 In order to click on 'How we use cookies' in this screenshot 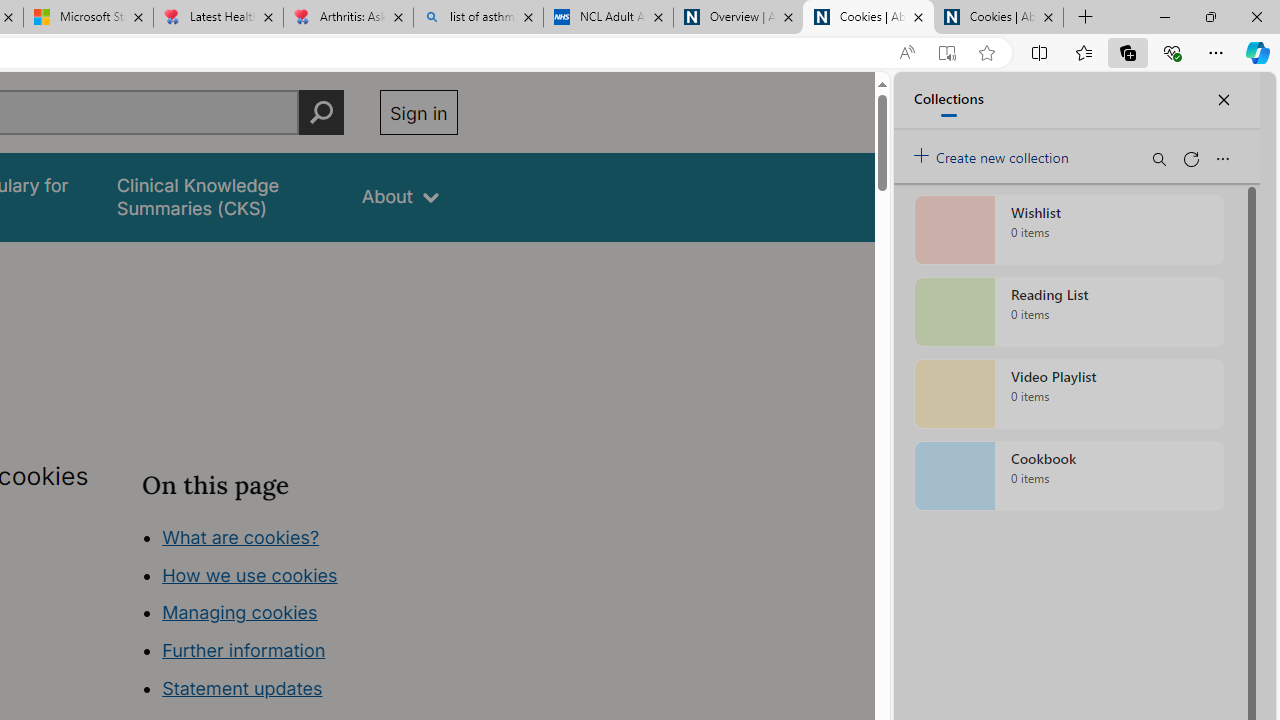, I will do `click(249, 574)`.